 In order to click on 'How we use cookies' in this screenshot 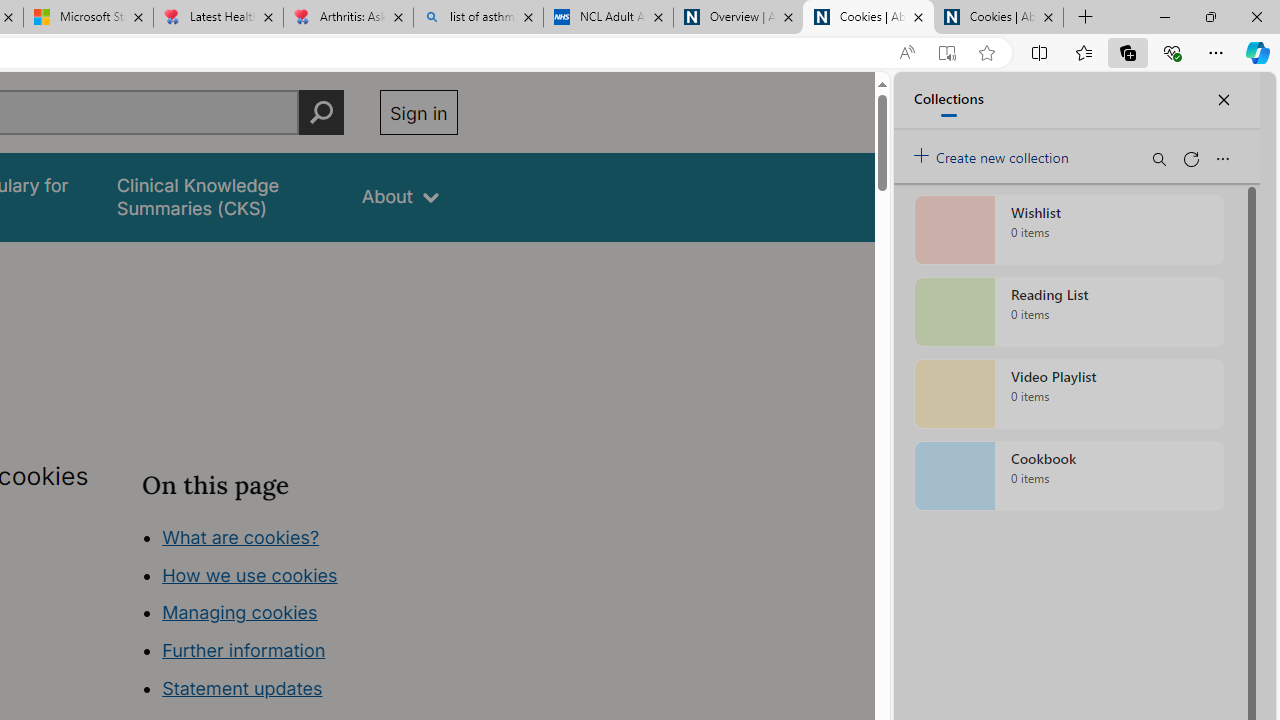, I will do `click(249, 574)`.